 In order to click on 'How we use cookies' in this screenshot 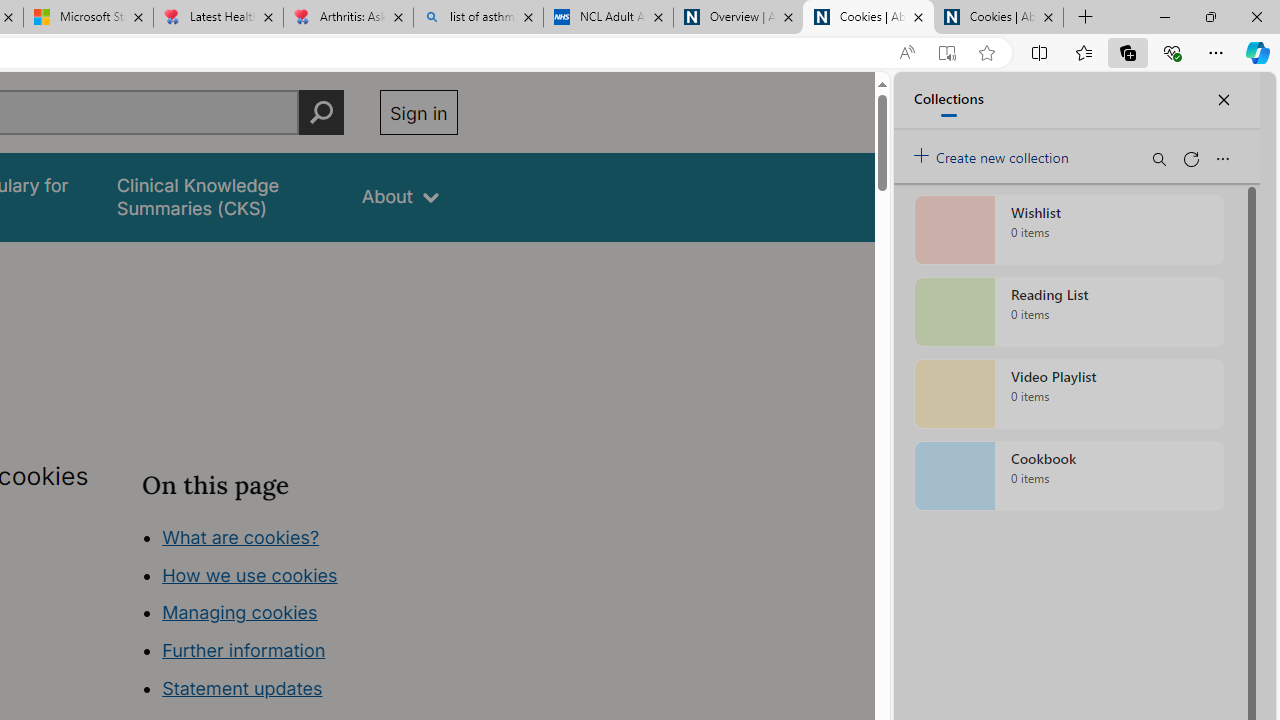, I will do `click(249, 574)`.